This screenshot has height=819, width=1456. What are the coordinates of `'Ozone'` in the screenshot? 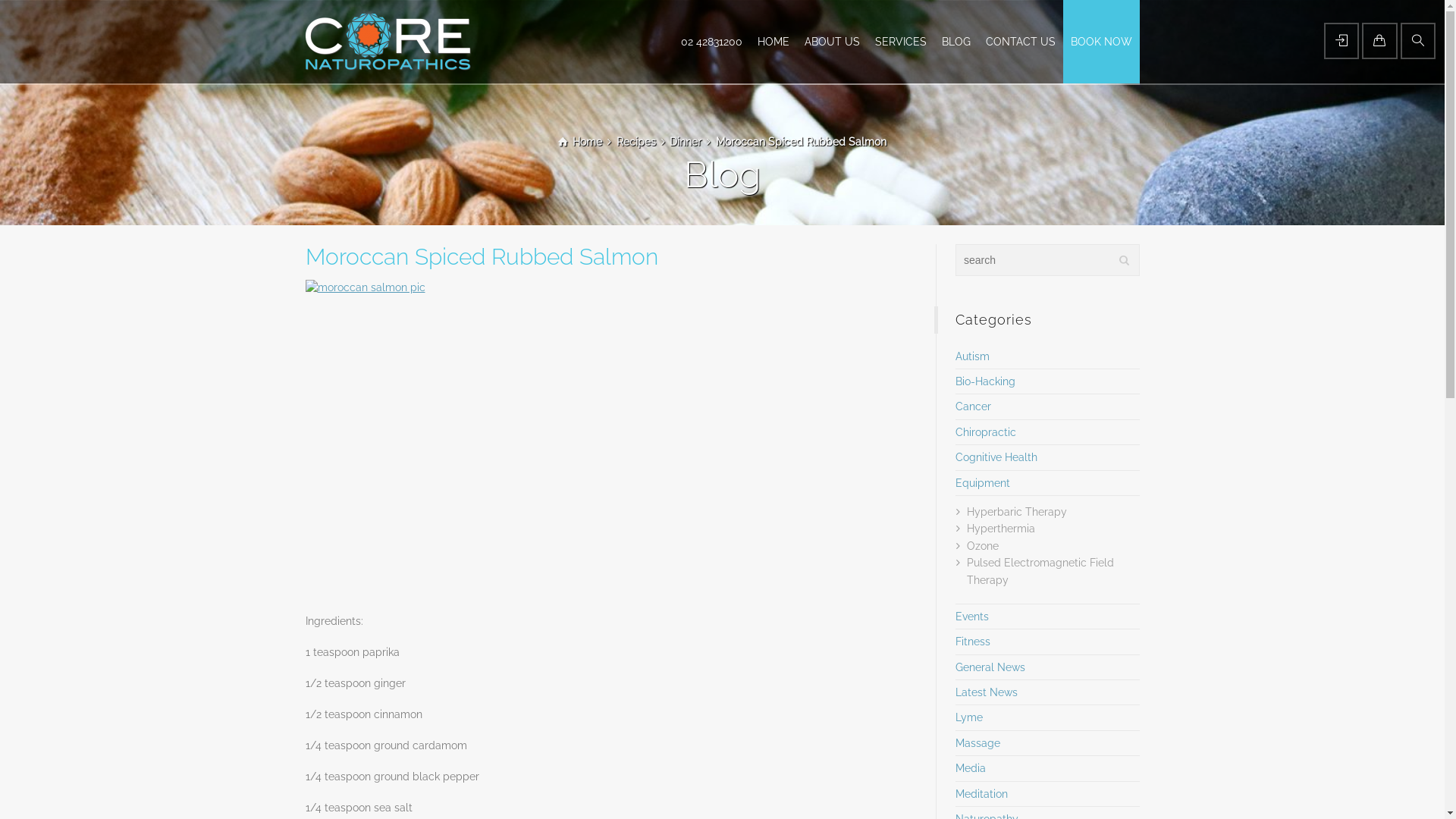 It's located at (983, 546).